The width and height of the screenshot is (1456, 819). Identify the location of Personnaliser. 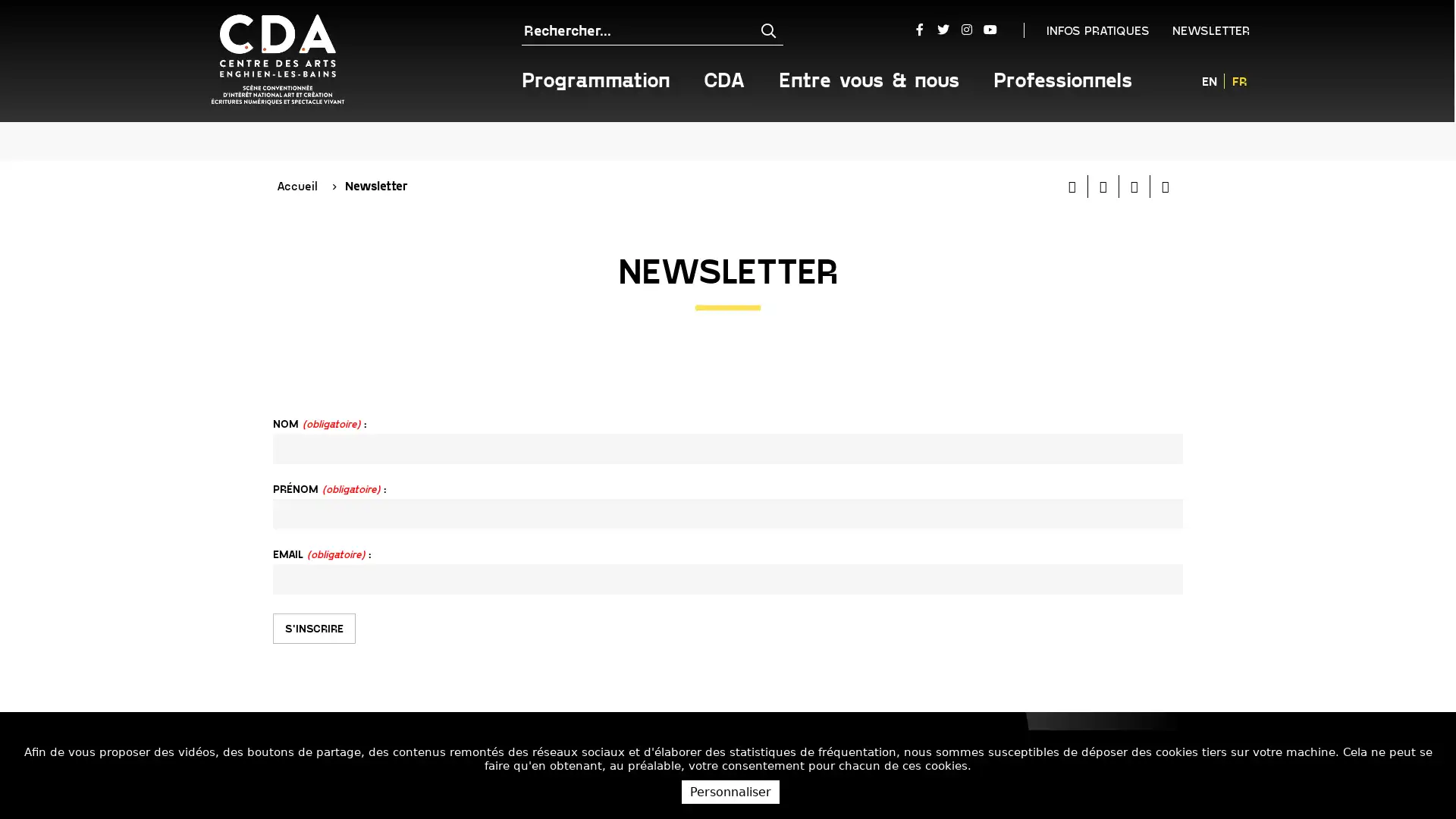
(730, 791).